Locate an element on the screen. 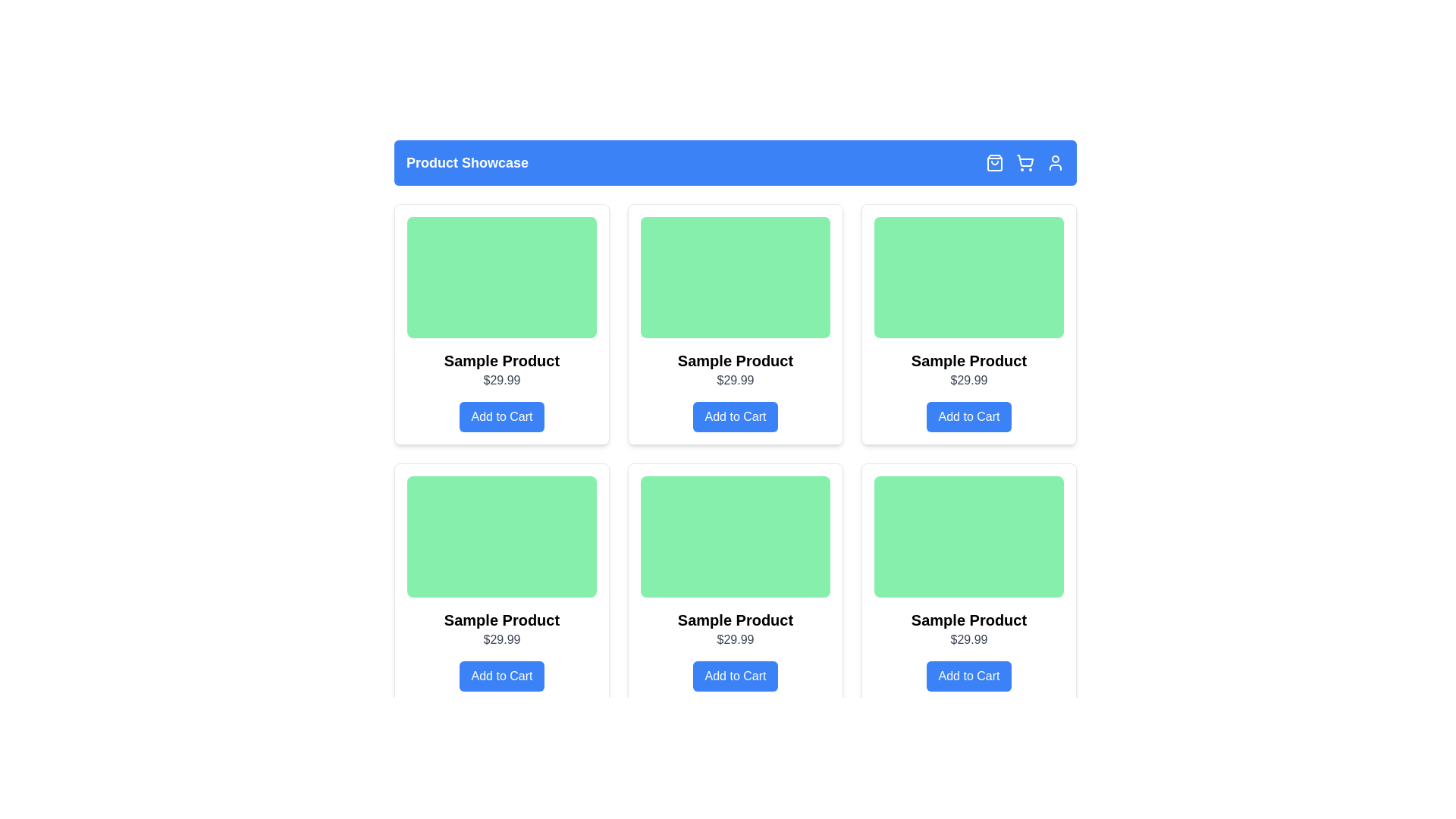 Image resolution: width=1456 pixels, height=819 pixels. price displayed in the Text Label located below the 'Sample Product' title and above the 'Add to Cart' button in the product card is located at coordinates (968, 640).